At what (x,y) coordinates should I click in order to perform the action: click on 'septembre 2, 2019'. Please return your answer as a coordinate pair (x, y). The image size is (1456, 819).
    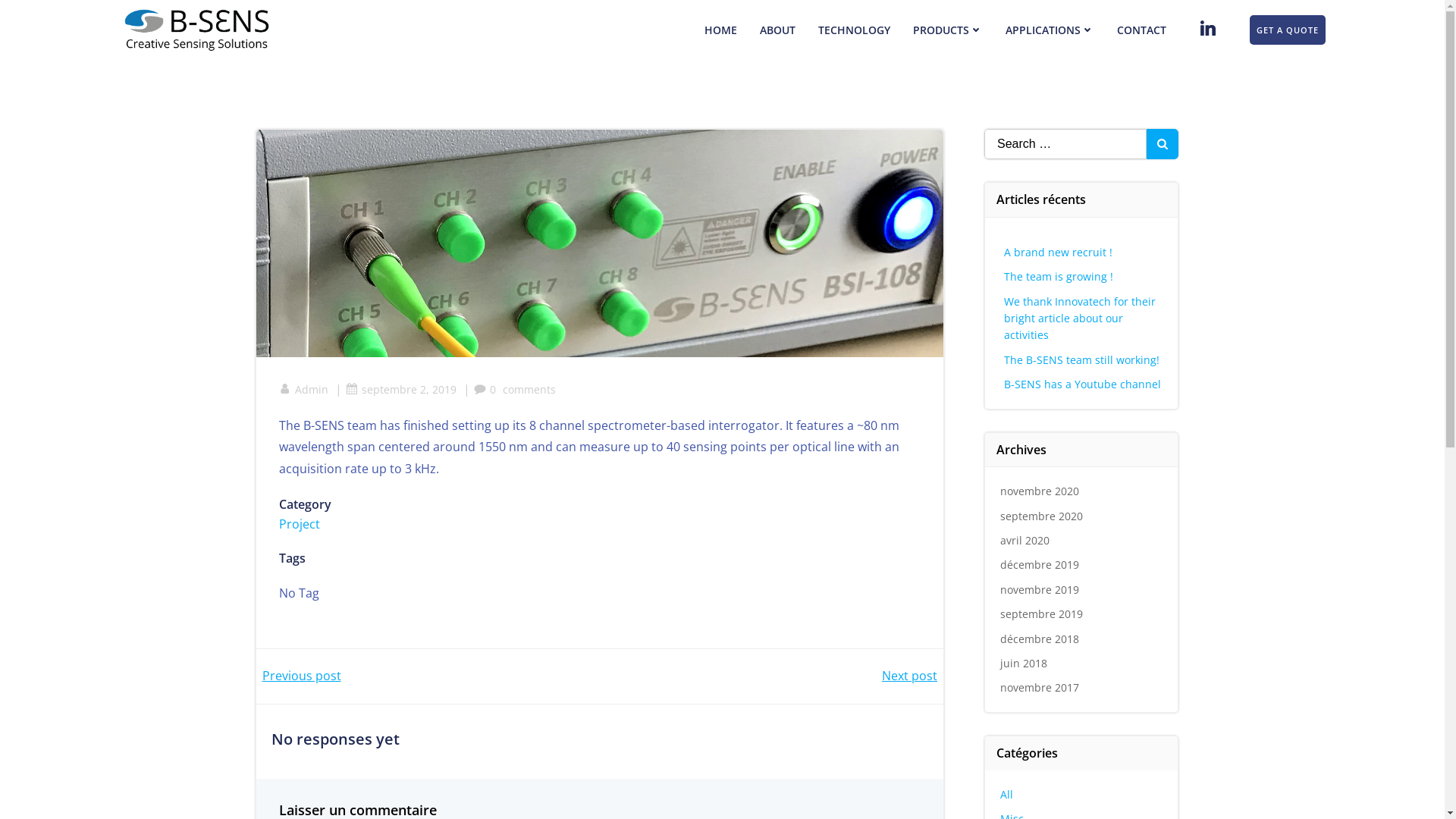
    Looking at the image, I should click on (345, 388).